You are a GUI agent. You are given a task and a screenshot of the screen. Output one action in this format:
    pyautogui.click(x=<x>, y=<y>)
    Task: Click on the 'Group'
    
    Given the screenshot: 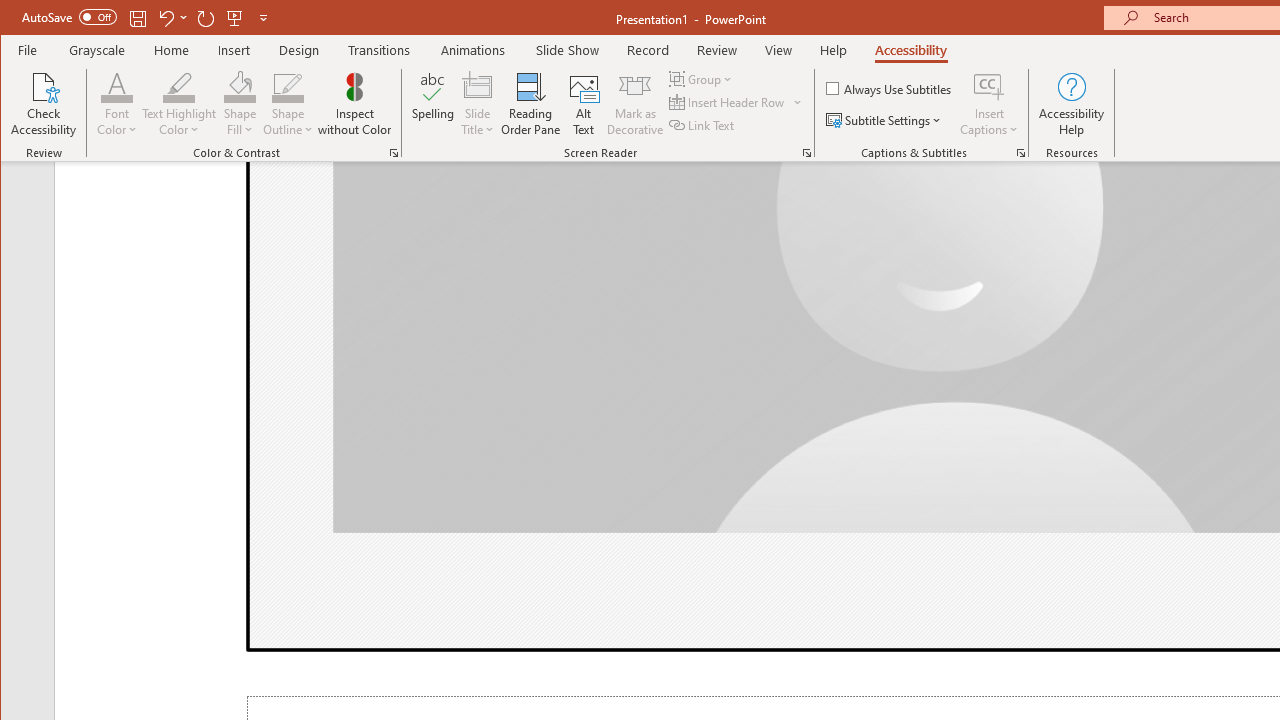 What is the action you would take?
    pyautogui.click(x=702, y=78)
    